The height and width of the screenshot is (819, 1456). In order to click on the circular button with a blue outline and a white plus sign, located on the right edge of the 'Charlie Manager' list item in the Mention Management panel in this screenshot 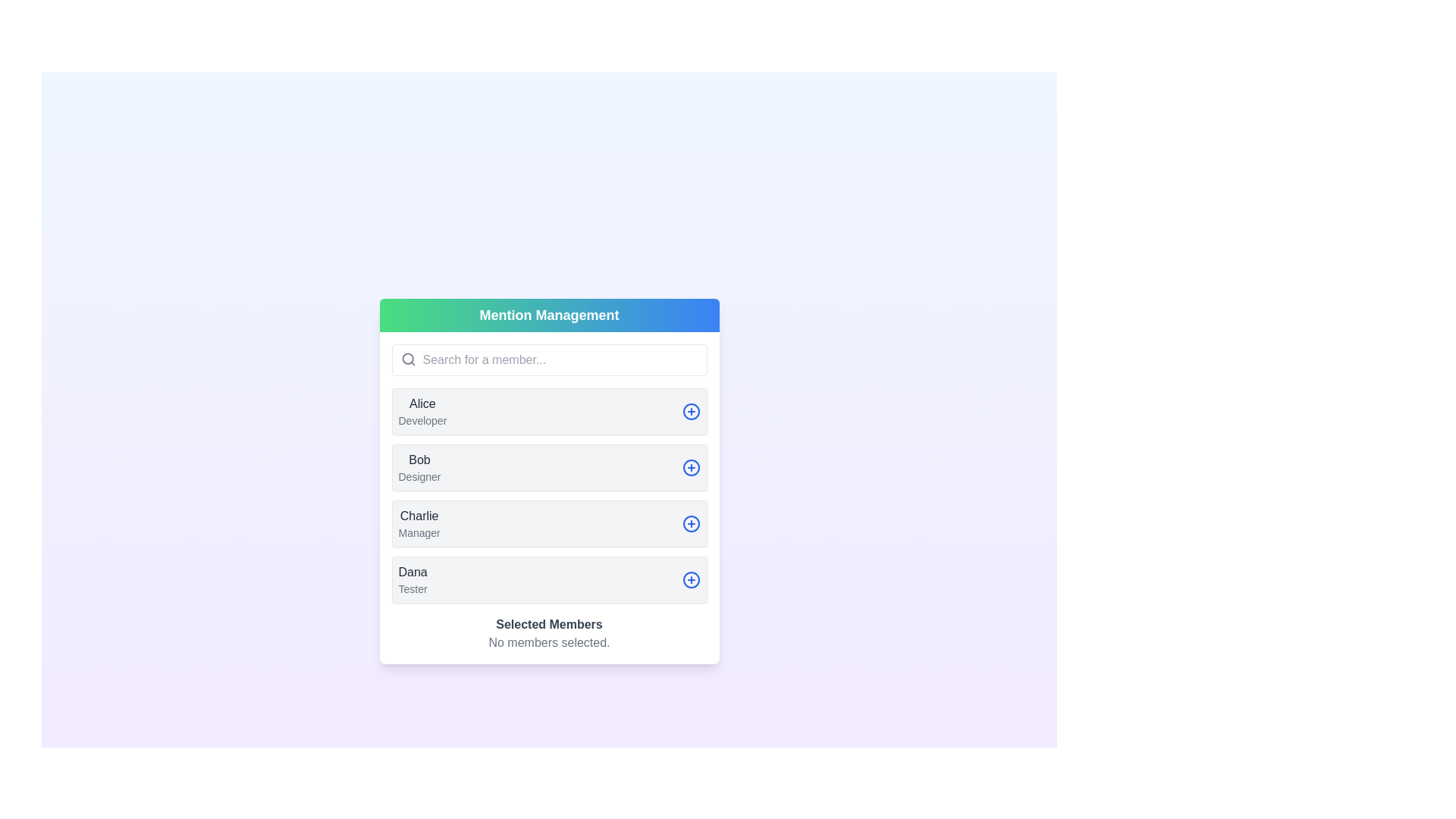, I will do `click(690, 522)`.